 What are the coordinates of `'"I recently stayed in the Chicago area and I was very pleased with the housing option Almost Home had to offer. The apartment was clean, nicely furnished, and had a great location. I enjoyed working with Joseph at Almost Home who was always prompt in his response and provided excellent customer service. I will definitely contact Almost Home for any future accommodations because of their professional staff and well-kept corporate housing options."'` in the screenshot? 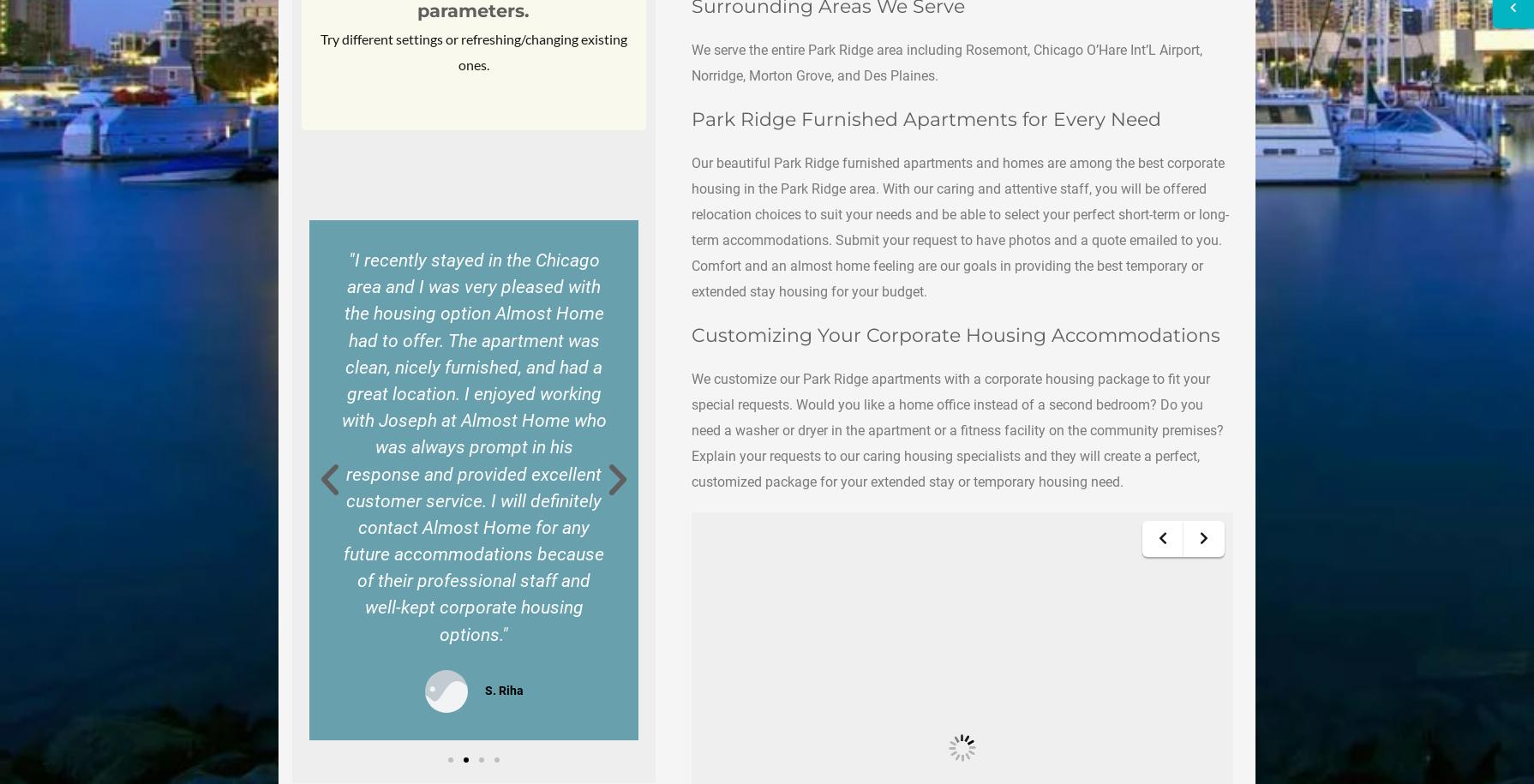 It's located at (340, 446).